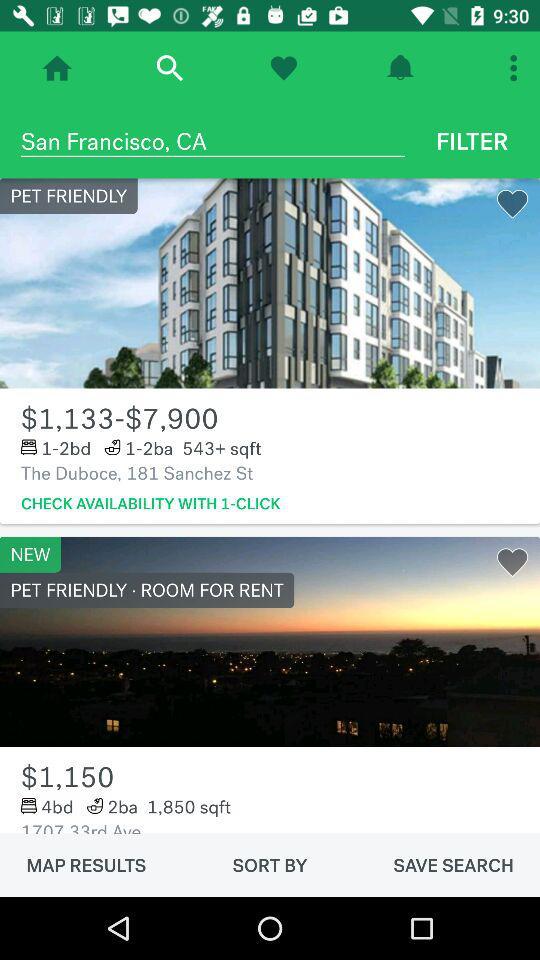 The height and width of the screenshot is (960, 540). Describe the element at coordinates (149, 503) in the screenshot. I see `item below the duboce 181 item` at that location.